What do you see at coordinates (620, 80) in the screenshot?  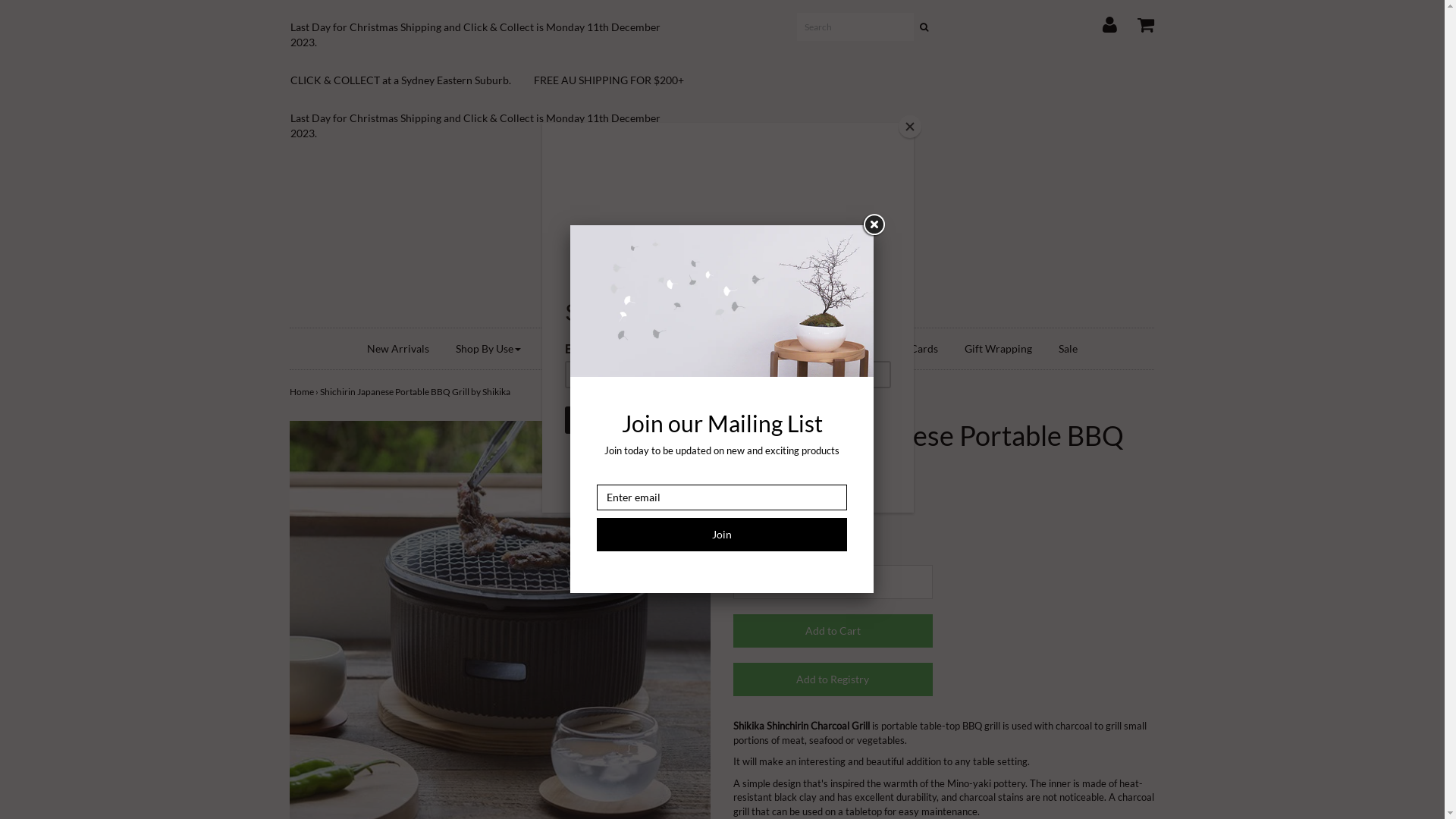 I see `'FREE AU SHIPPING FOR $200+'` at bounding box center [620, 80].